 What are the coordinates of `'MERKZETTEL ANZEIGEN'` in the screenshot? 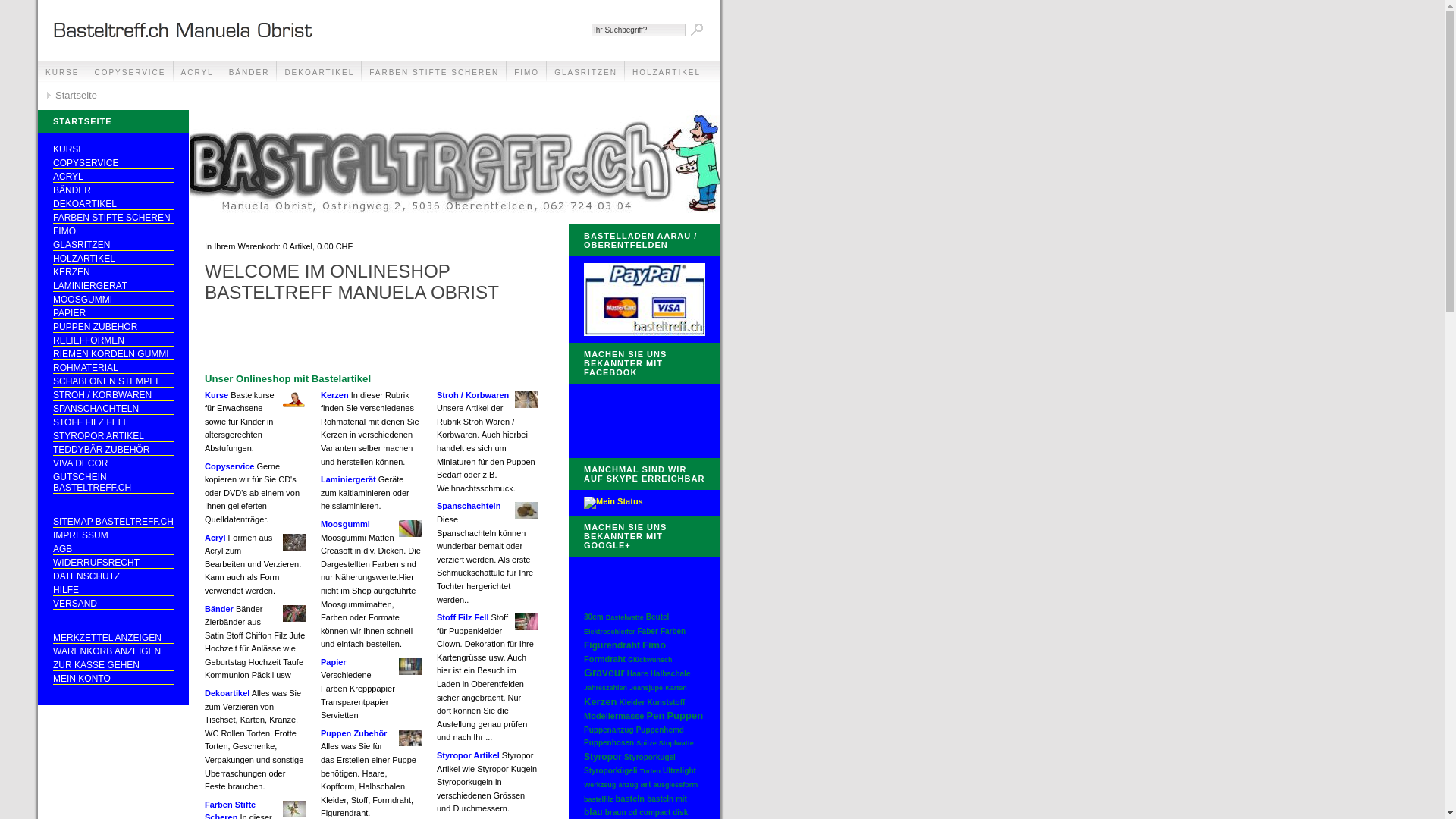 It's located at (53, 638).